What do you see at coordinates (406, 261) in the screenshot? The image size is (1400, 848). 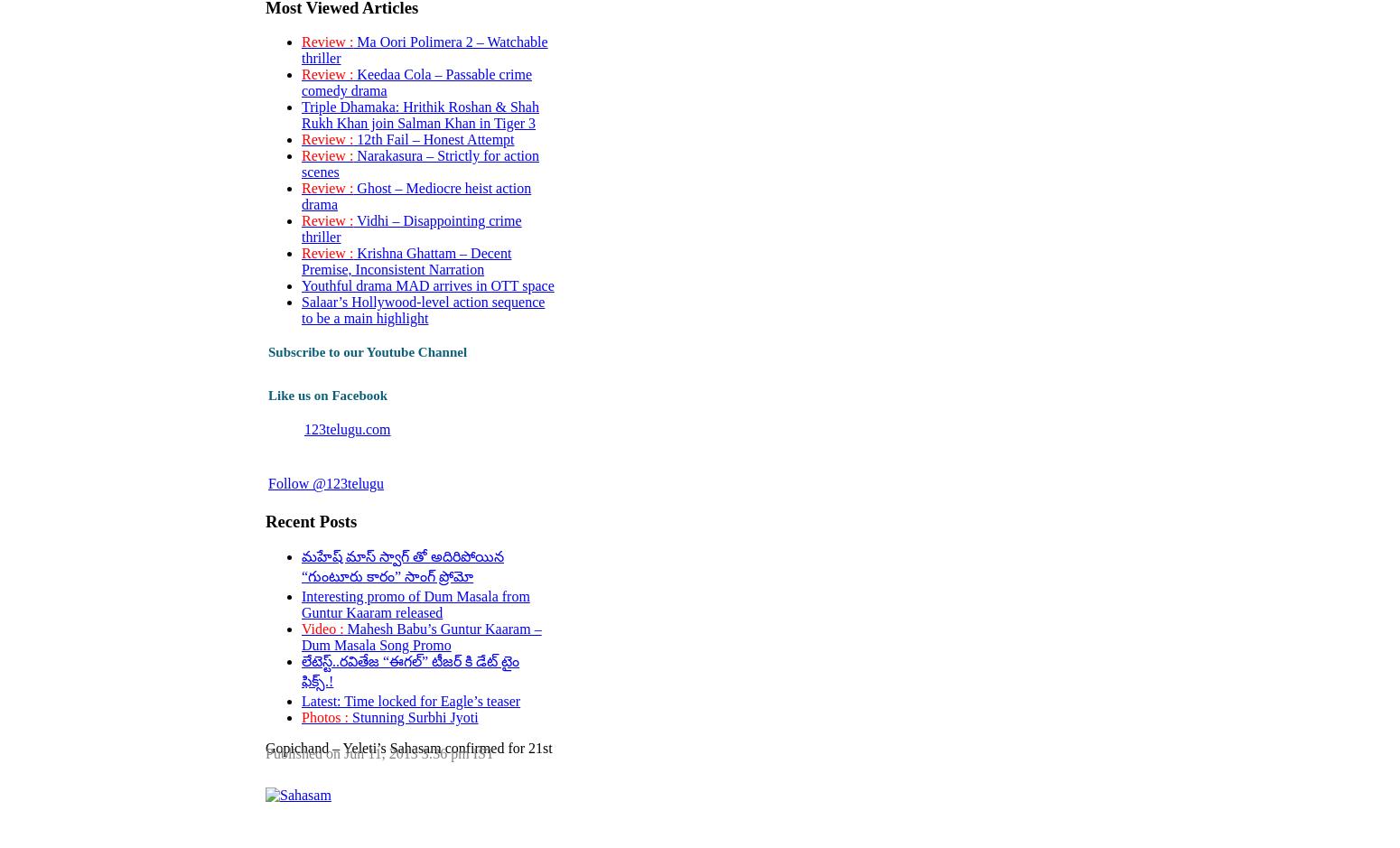 I see `'Krishna Ghattam – Decent Premise, Inconsistent Narration'` at bounding box center [406, 261].